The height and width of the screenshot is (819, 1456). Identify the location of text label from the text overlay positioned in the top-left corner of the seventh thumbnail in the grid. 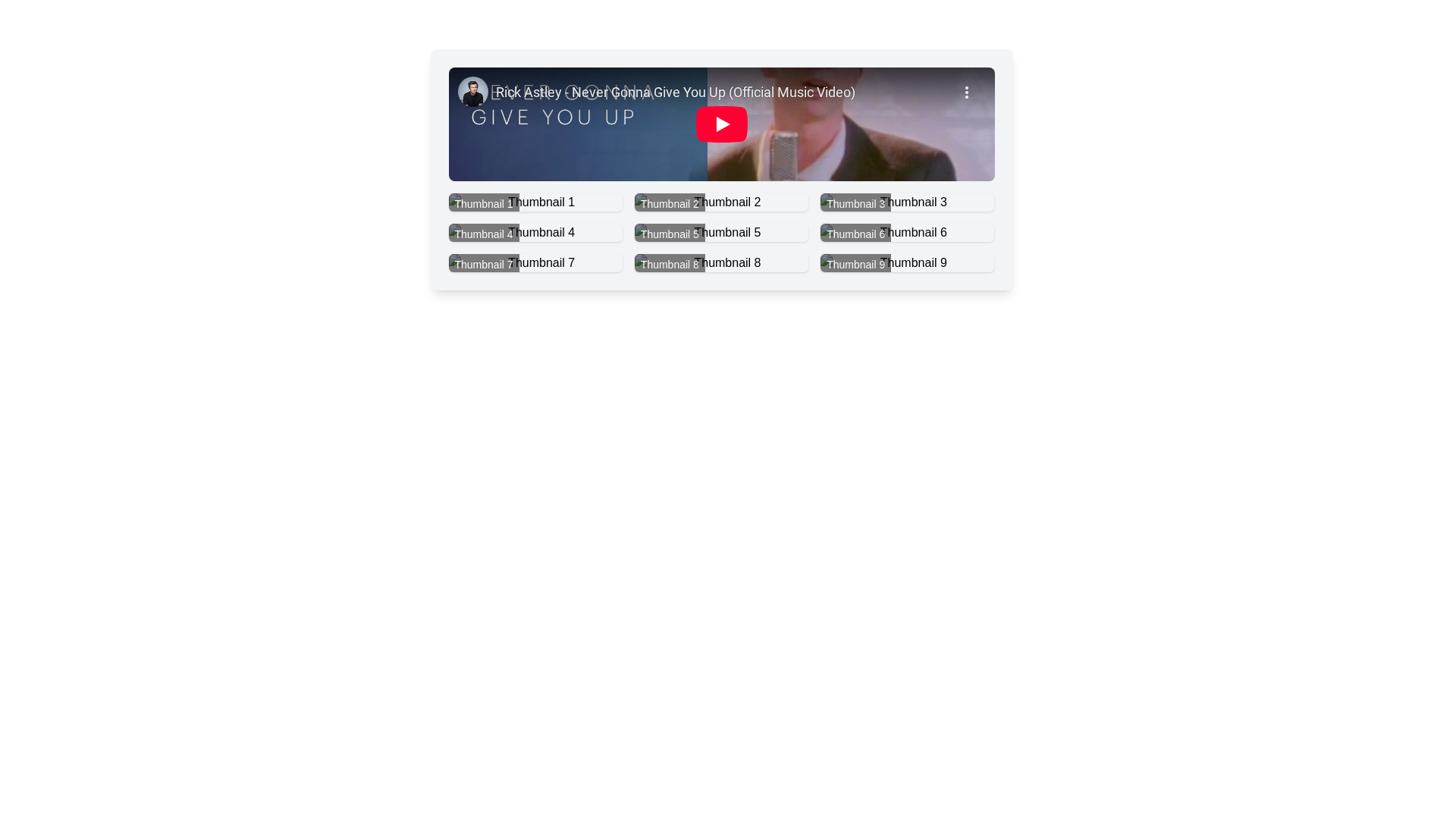
(483, 263).